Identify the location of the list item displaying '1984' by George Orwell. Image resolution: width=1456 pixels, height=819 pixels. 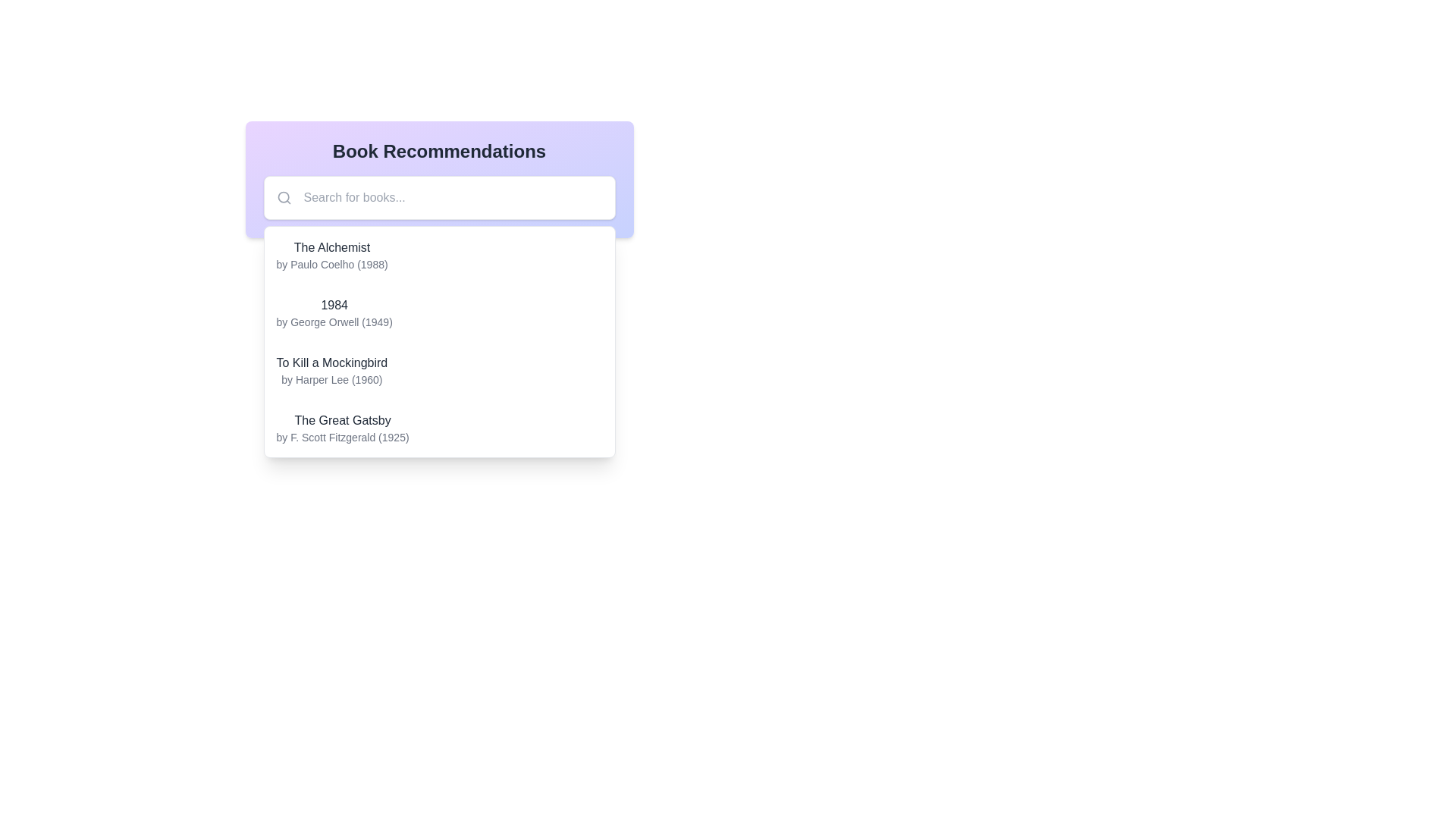
(438, 312).